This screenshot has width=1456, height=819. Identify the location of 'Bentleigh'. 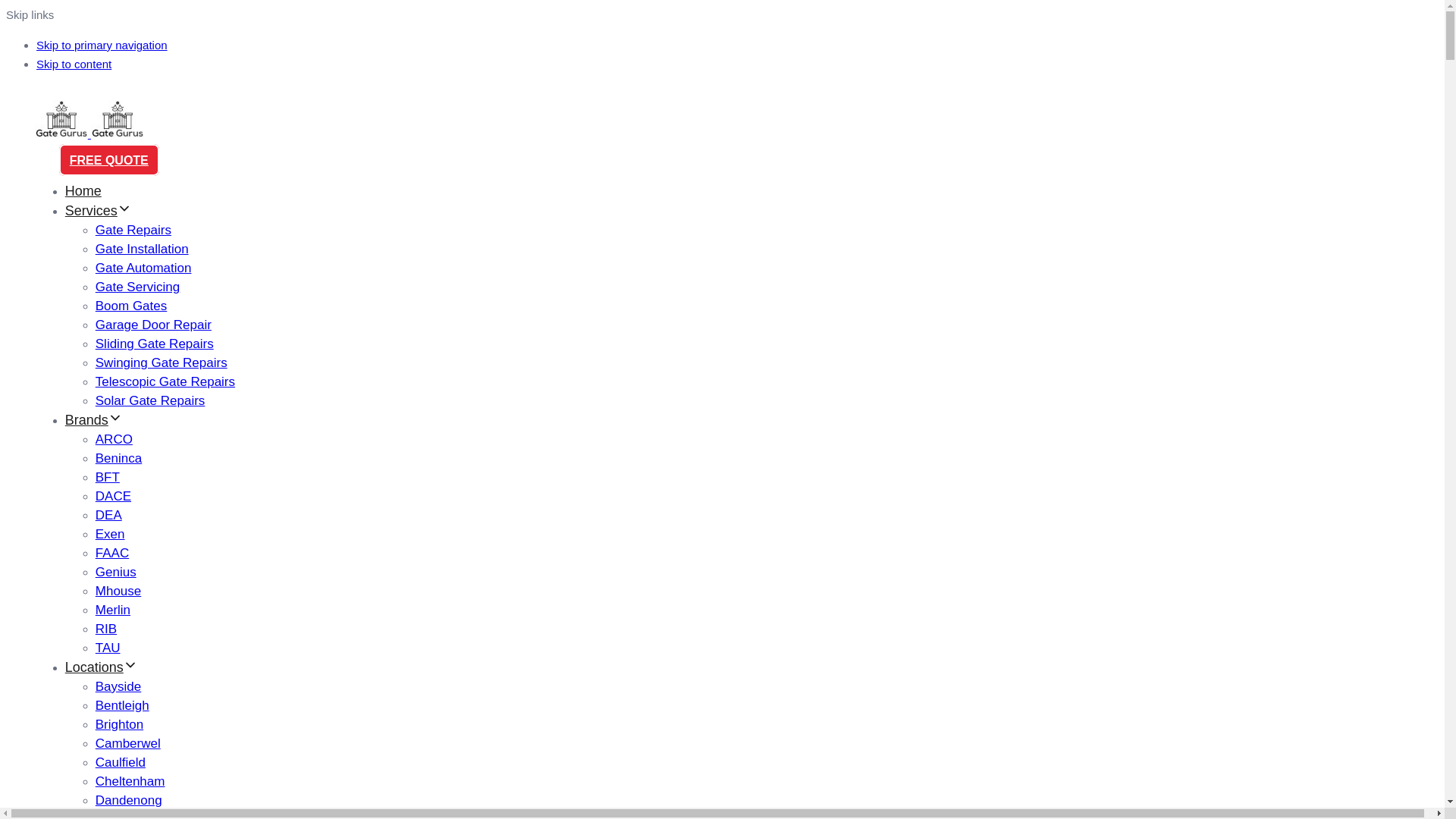
(94, 705).